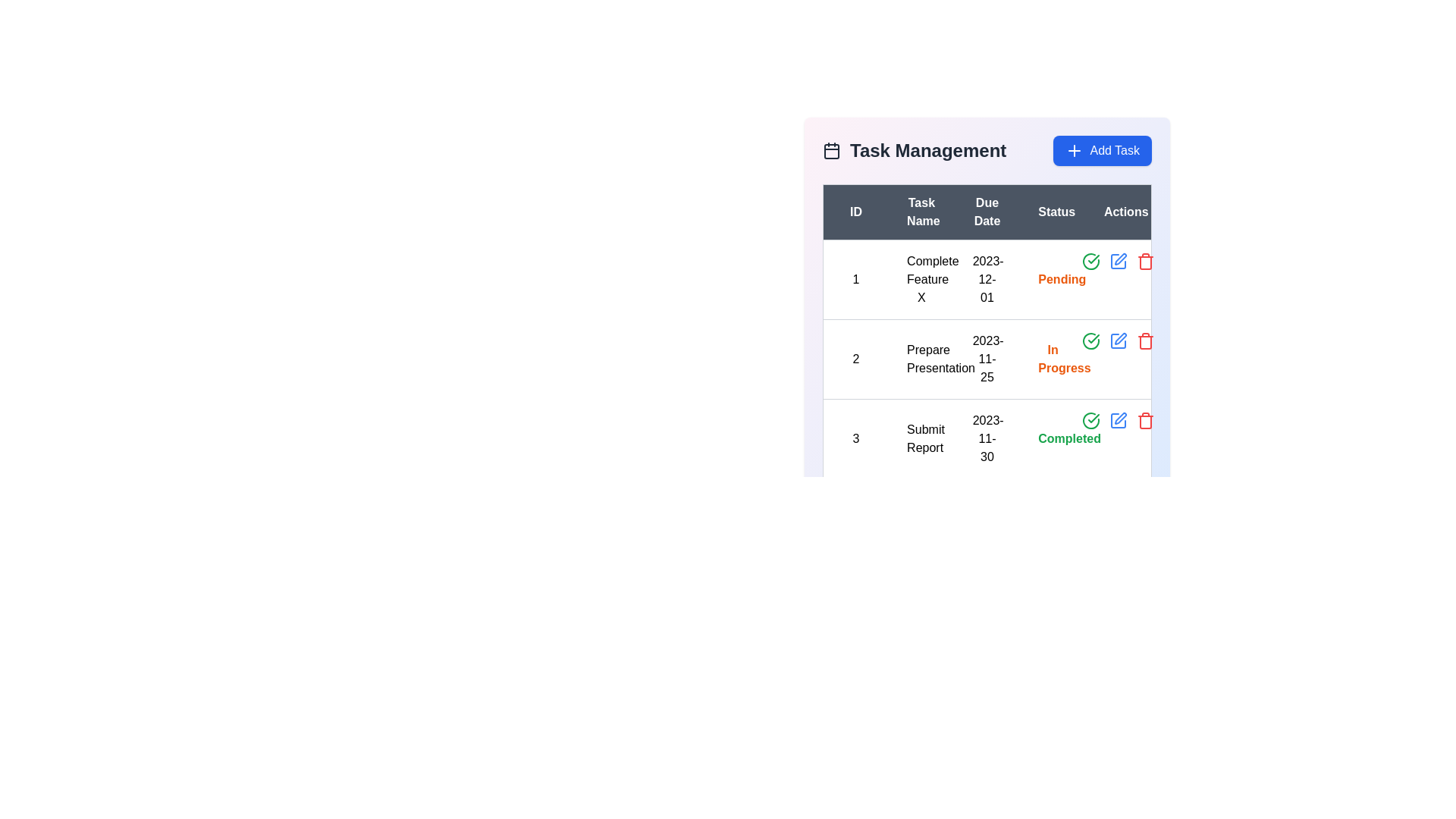 This screenshot has height=819, width=1456. What do you see at coordinates (987, 359) in the screenshot?
I see `the second row of the task management table` at bounding box center [987, 359].